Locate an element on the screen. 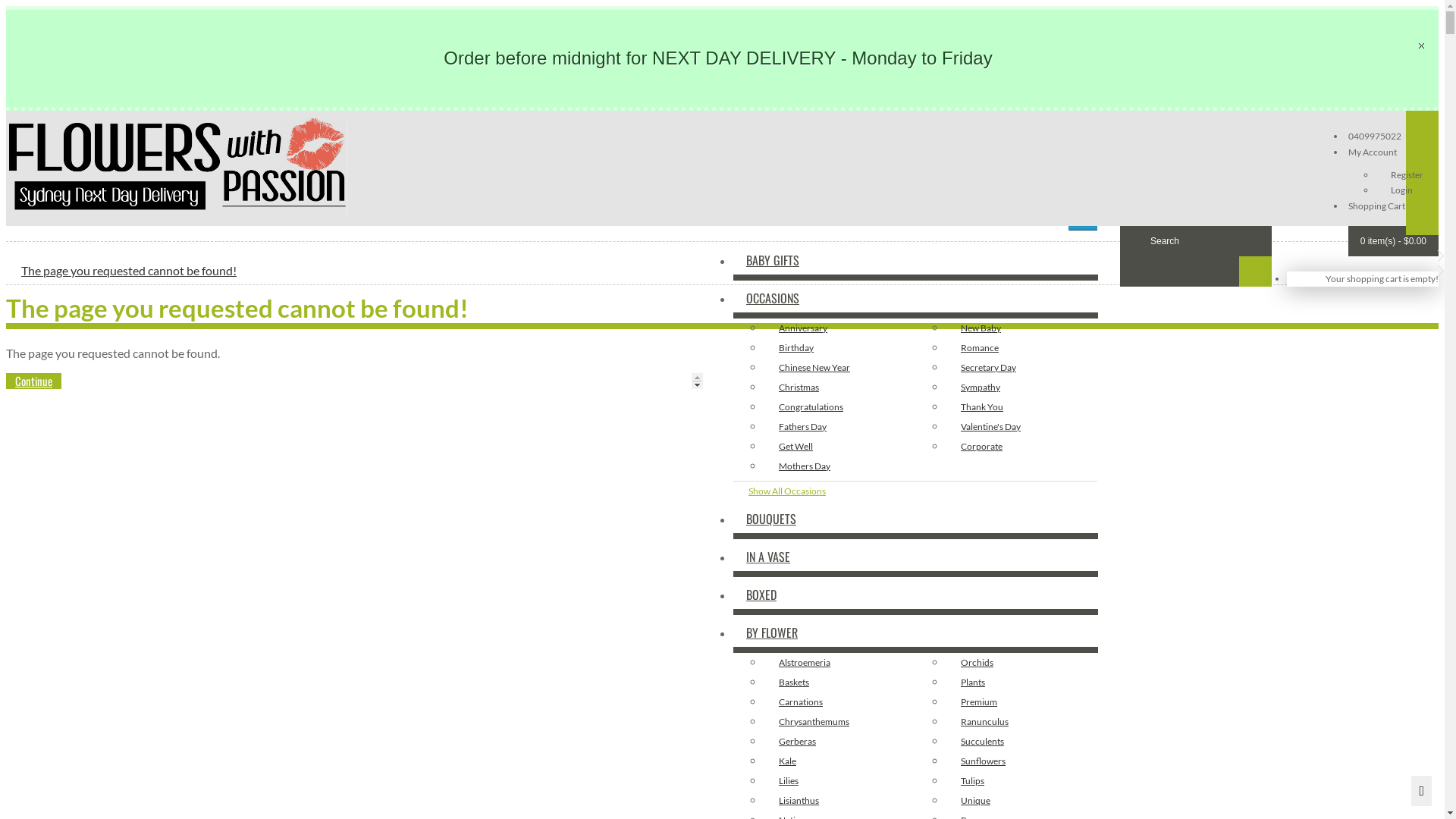 The height and width of the screenshot is (819, 1456). 'Thank You' is located at coordinates (1021, 406).